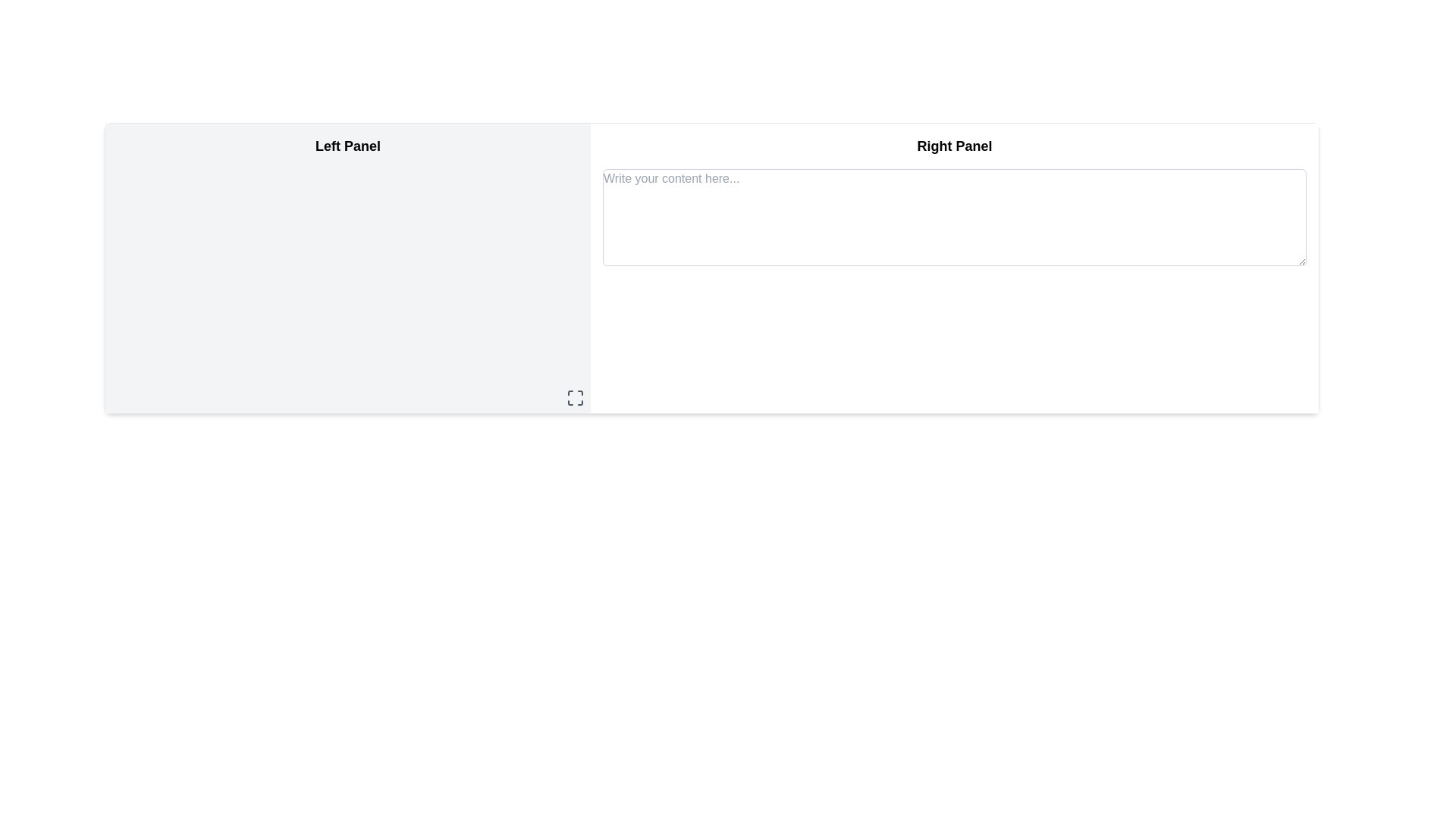  What do you see at coordinates (953, 268) in the screenshot?
I see `the user input and display context panel located on the right half of the interface` at bounding box center [953, 268].